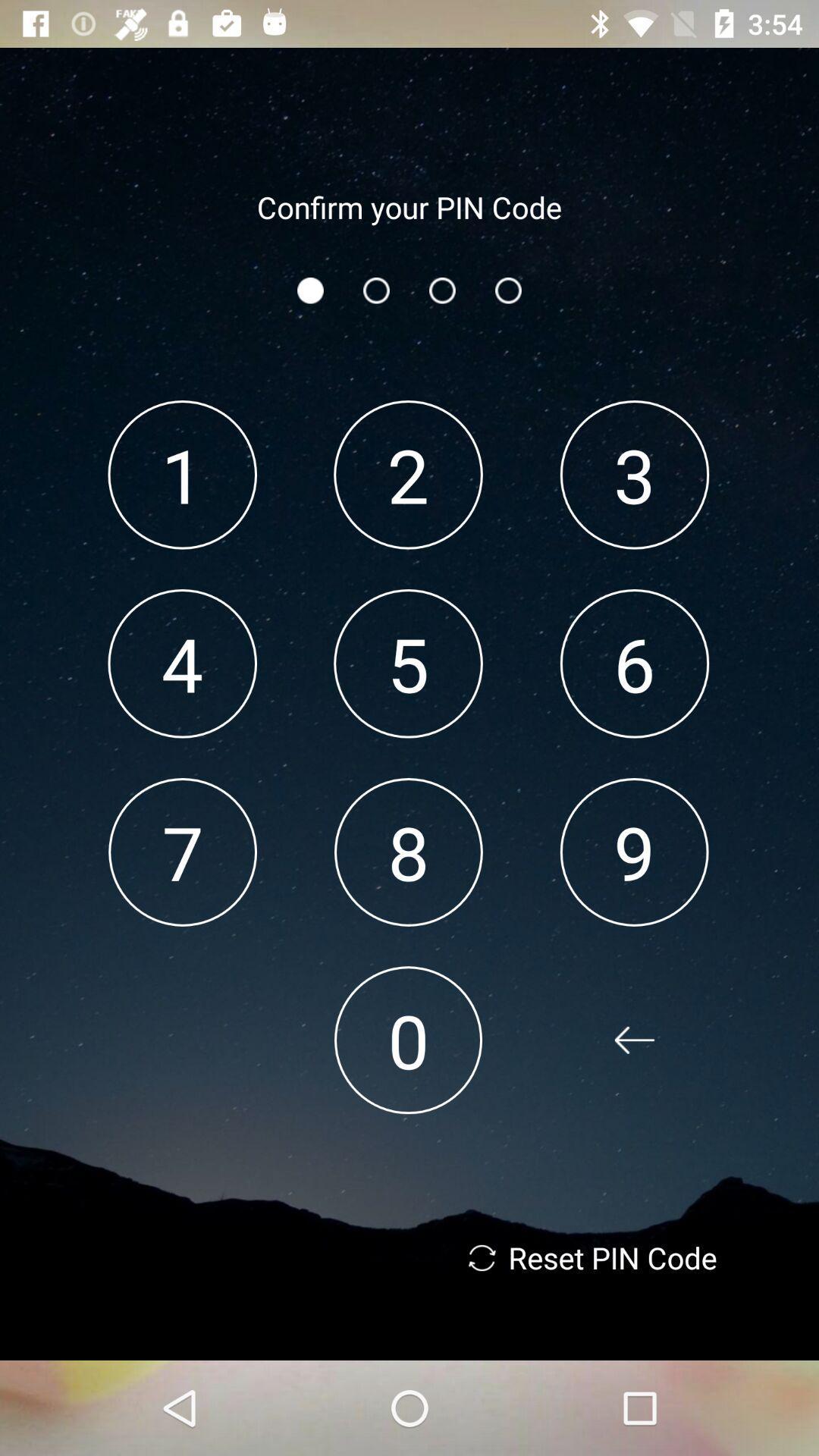  I want to click on item below 8 app, so click(407, 1039).